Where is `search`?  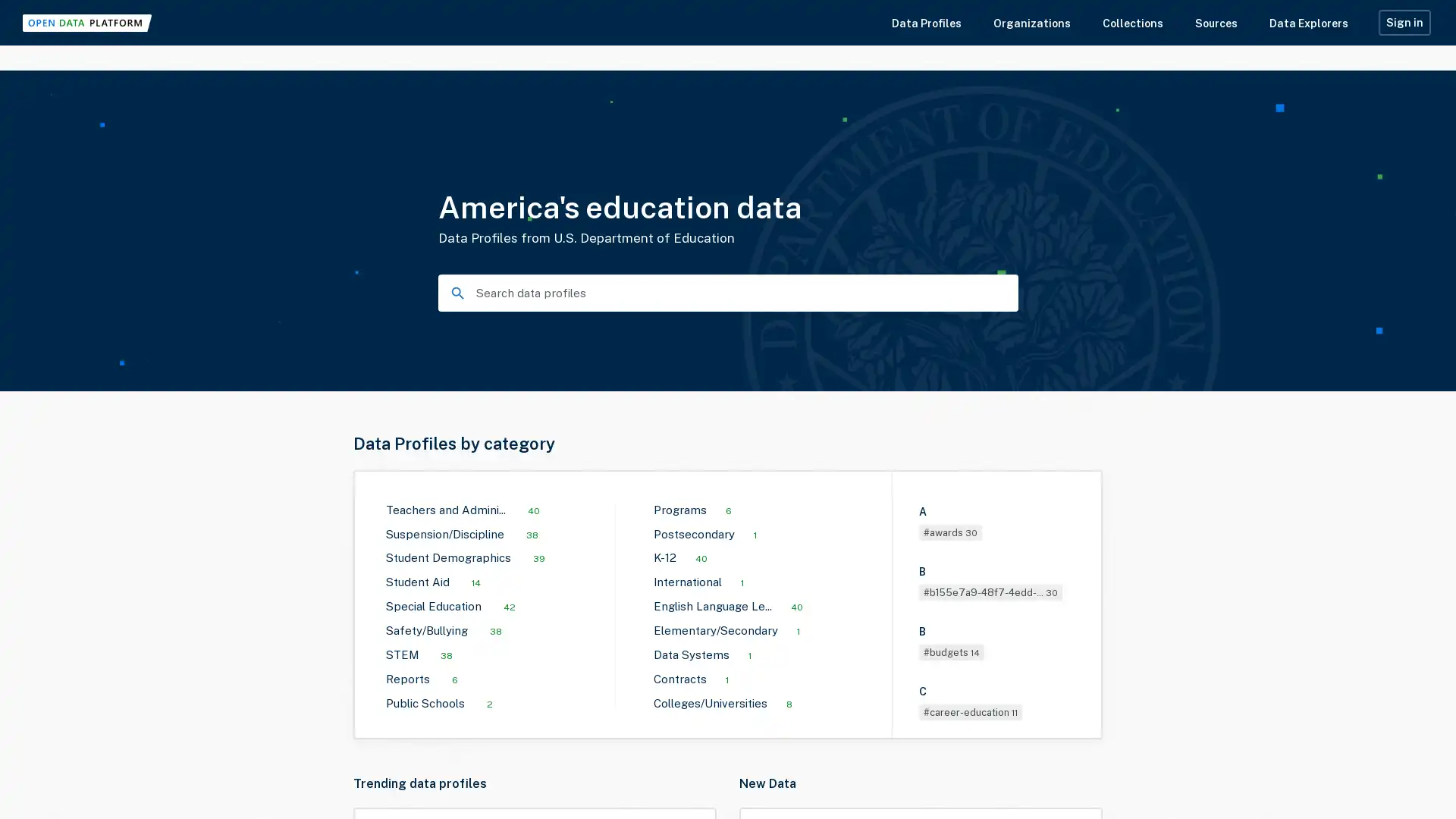
search is located at coordinates (454, 292).